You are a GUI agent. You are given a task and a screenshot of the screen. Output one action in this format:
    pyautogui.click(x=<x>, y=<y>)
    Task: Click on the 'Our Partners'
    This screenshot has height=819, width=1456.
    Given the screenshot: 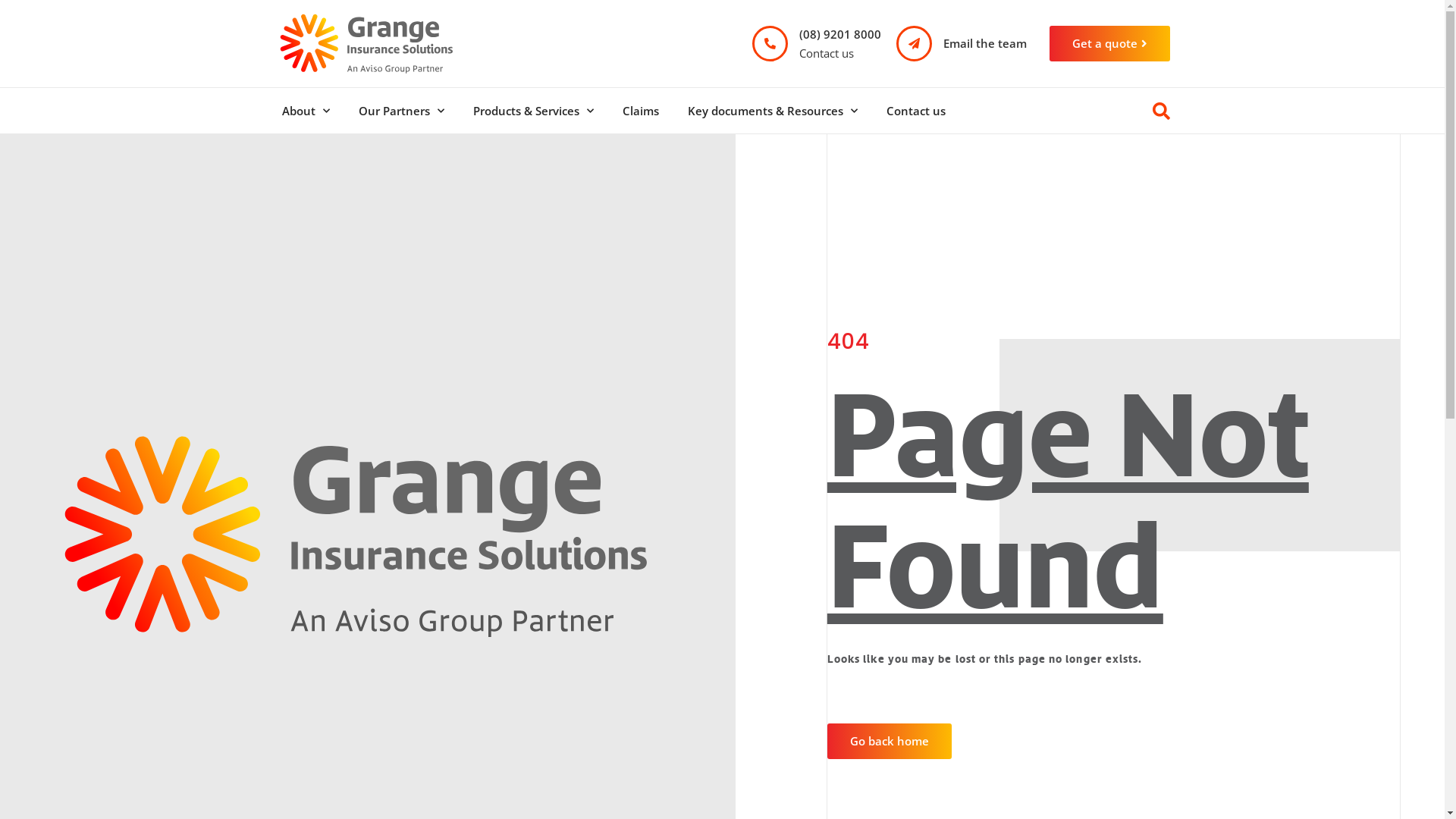 What is the action you would take?
    pyautogui.click(x=401, y=110)
    